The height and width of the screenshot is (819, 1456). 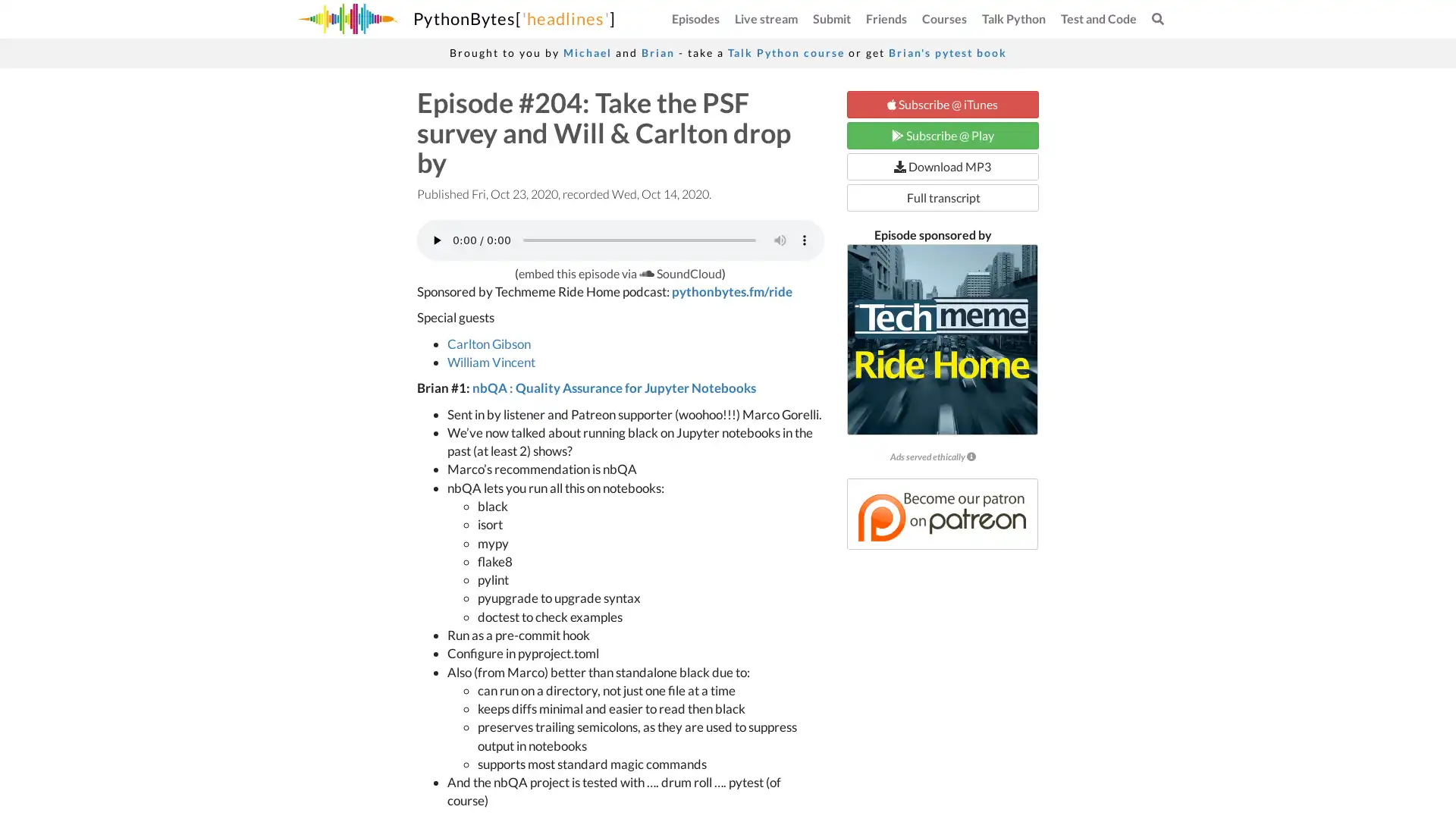 I want to click on play, so click(x=436, y=239).